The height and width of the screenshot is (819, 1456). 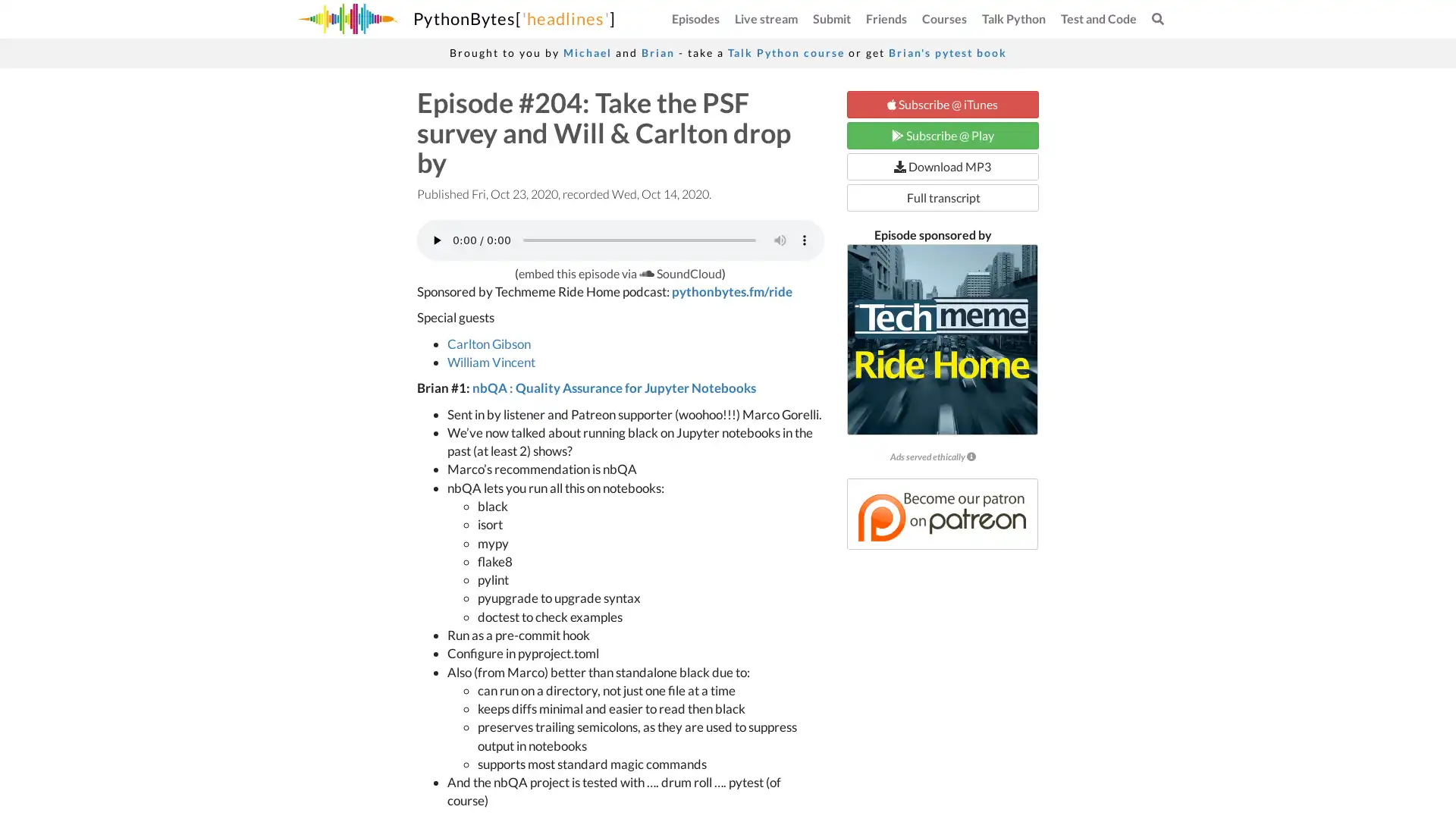 I want to click on play, so click(x=436, y=239).